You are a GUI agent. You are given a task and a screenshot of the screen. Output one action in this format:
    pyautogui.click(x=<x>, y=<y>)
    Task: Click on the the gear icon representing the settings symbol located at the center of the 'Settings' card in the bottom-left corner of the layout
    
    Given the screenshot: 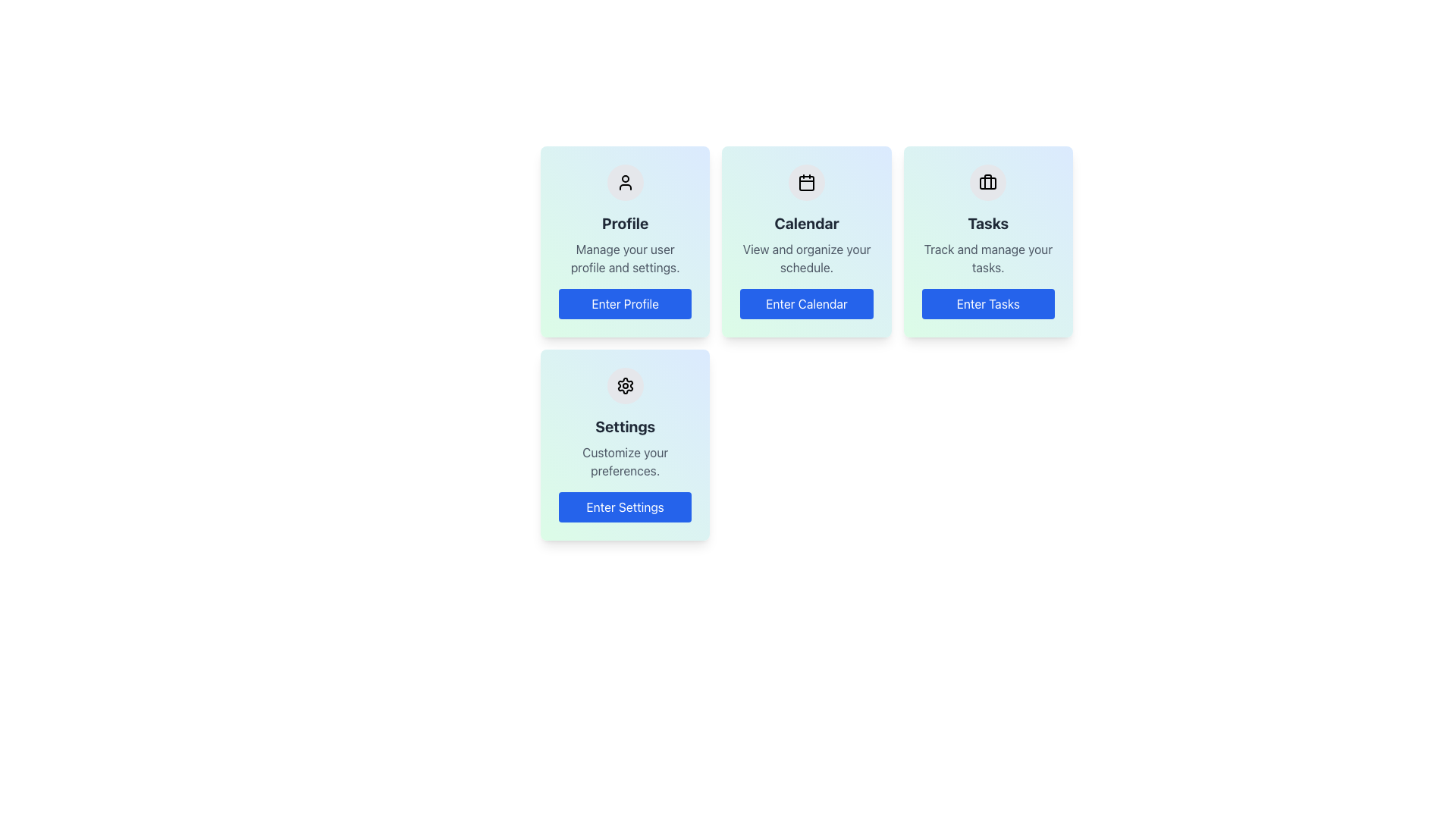 What is the action you would take?
    pyautogui.click(x=625, y=385)
    